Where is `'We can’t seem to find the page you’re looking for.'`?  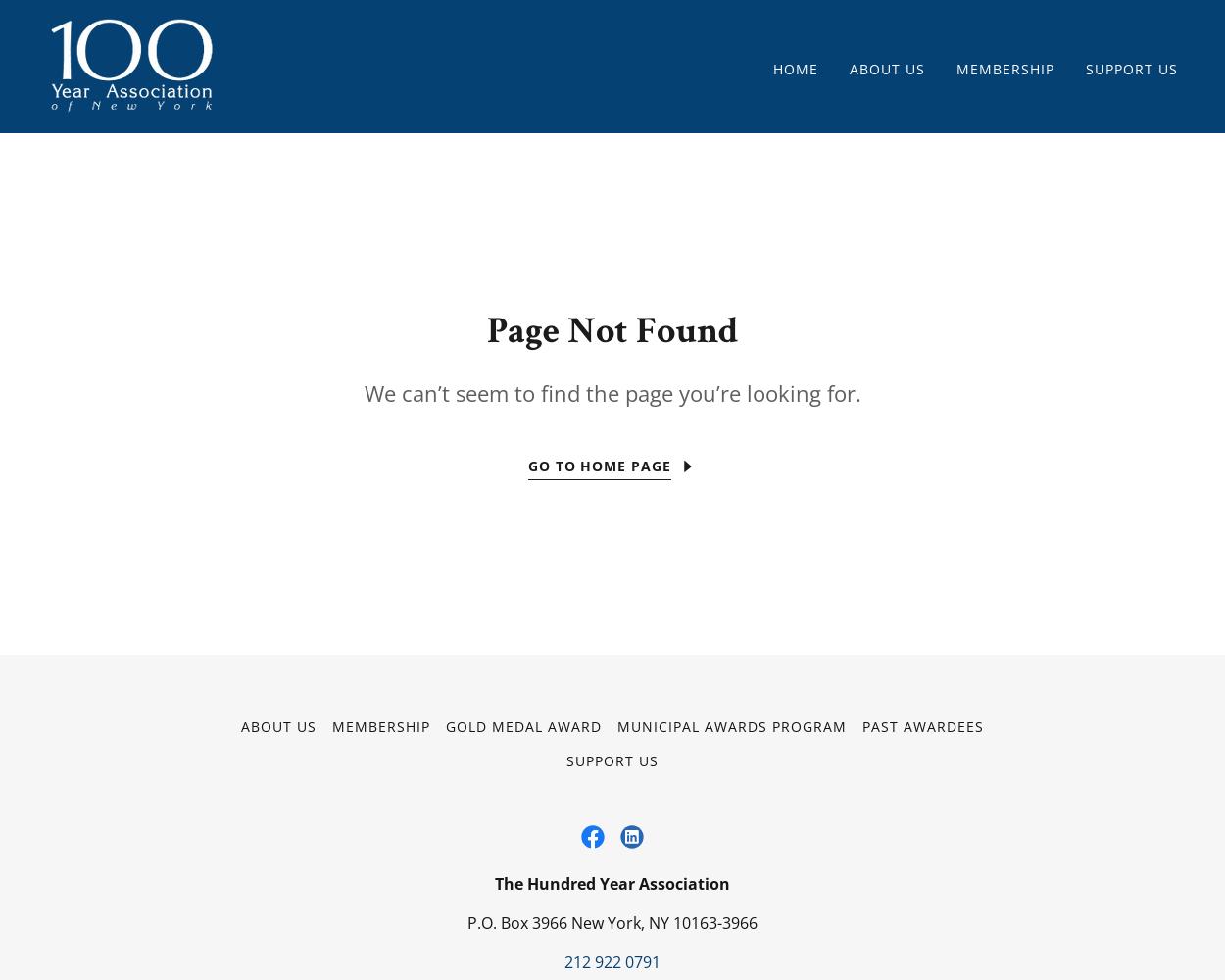 'We can’t seem to find the page you’re looking for.' is located at coordinates (363, 393).